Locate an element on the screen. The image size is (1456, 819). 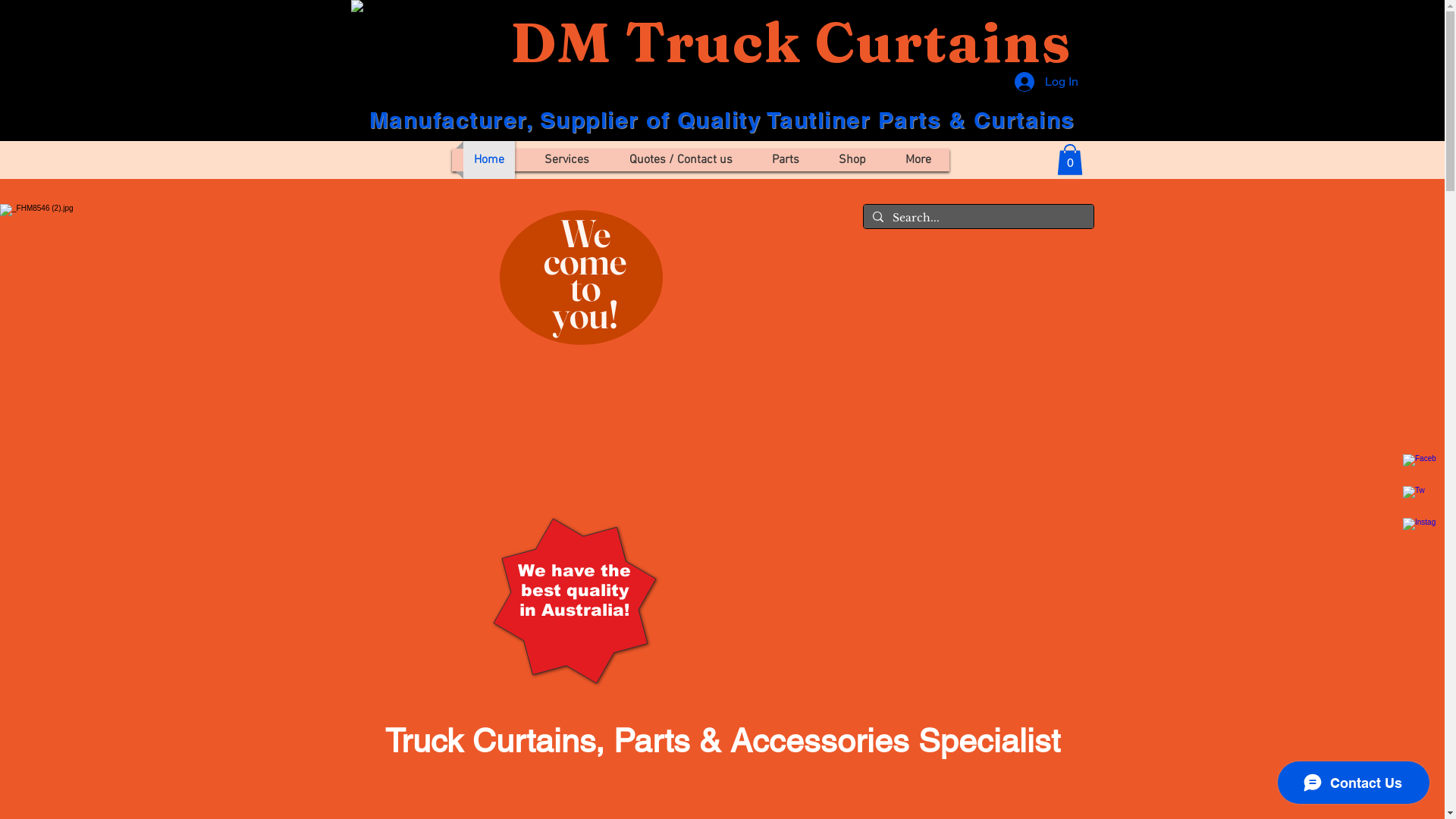
'0' is located at coordinates (1069, 159).